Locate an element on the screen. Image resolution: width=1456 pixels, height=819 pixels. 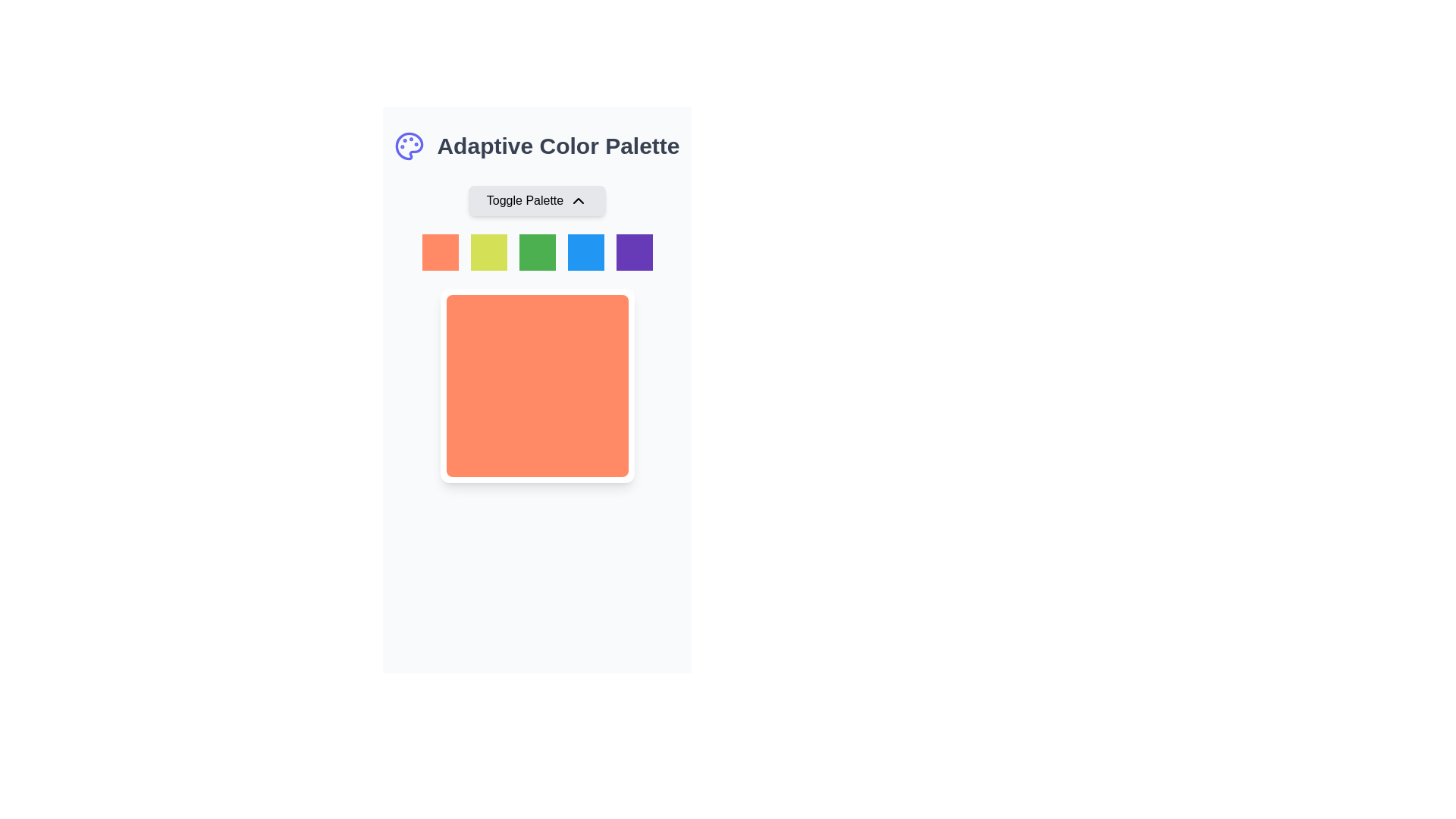
the fifth colorful block button located under the 'Adaptive Color Palette' title is located at coordinates (634, 251).